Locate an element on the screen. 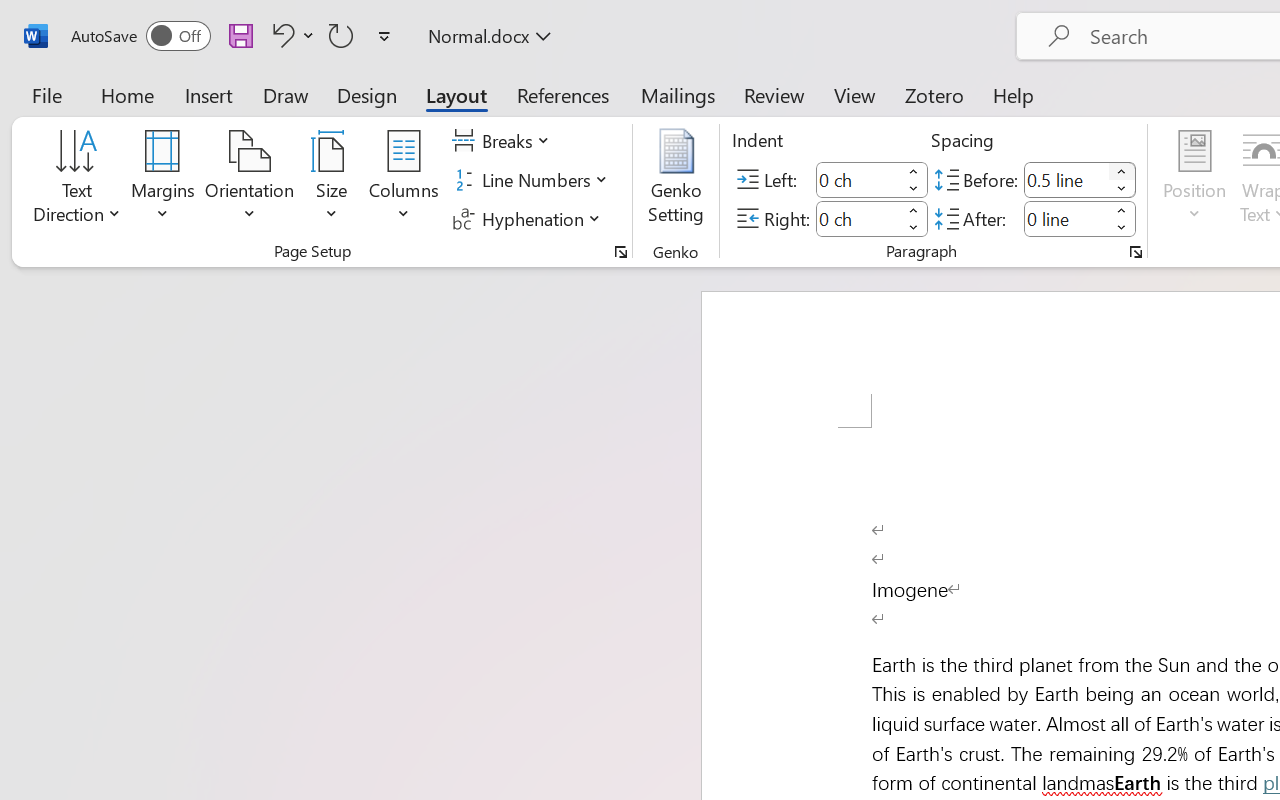  'Spacing After' is located at coordinates (1065, 218).